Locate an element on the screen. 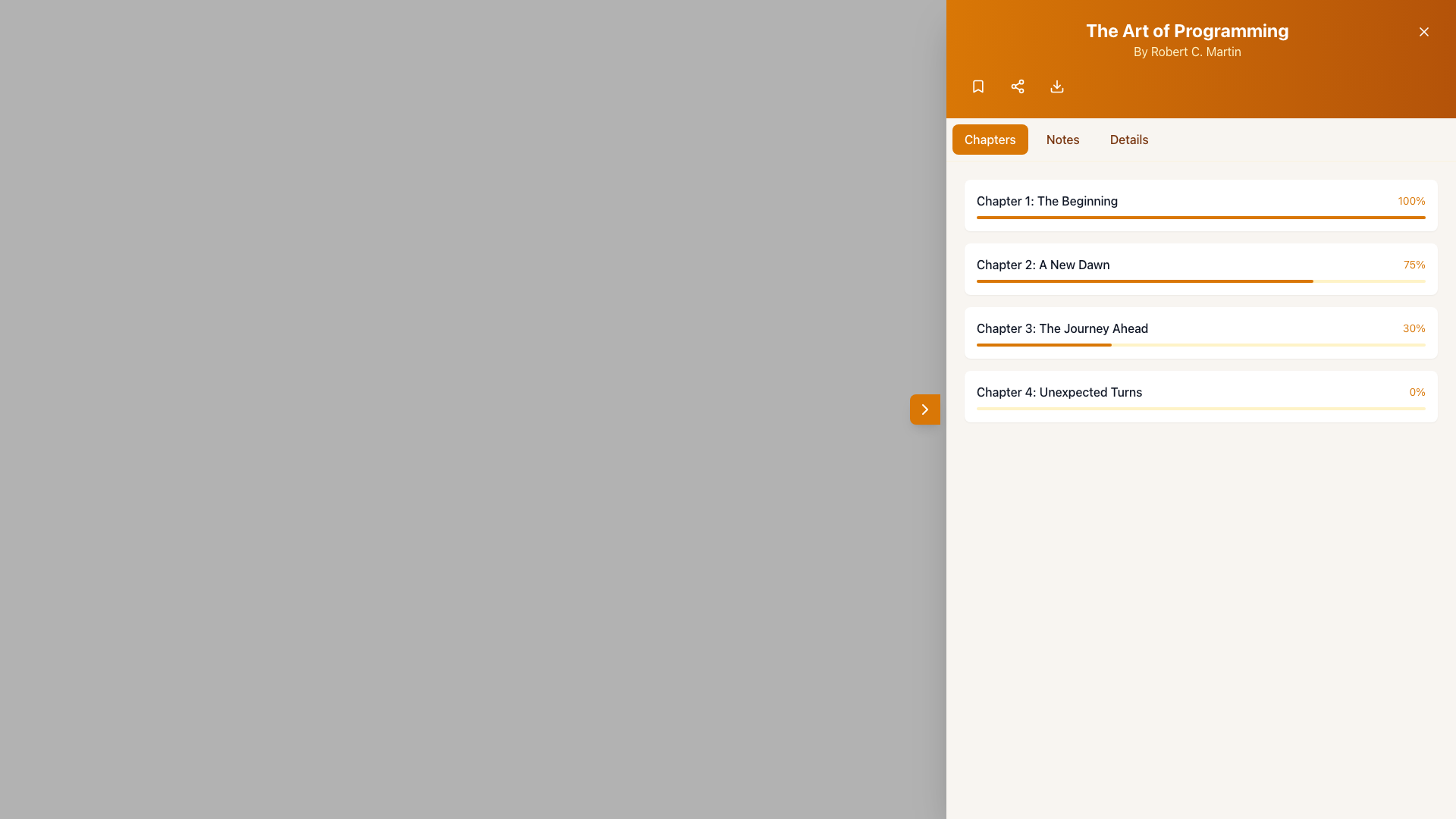  the static text label displaying 'Chapter 2: A New Dawn', which is a prominent element in the list of chapters is located at coordinates (1042, 263).